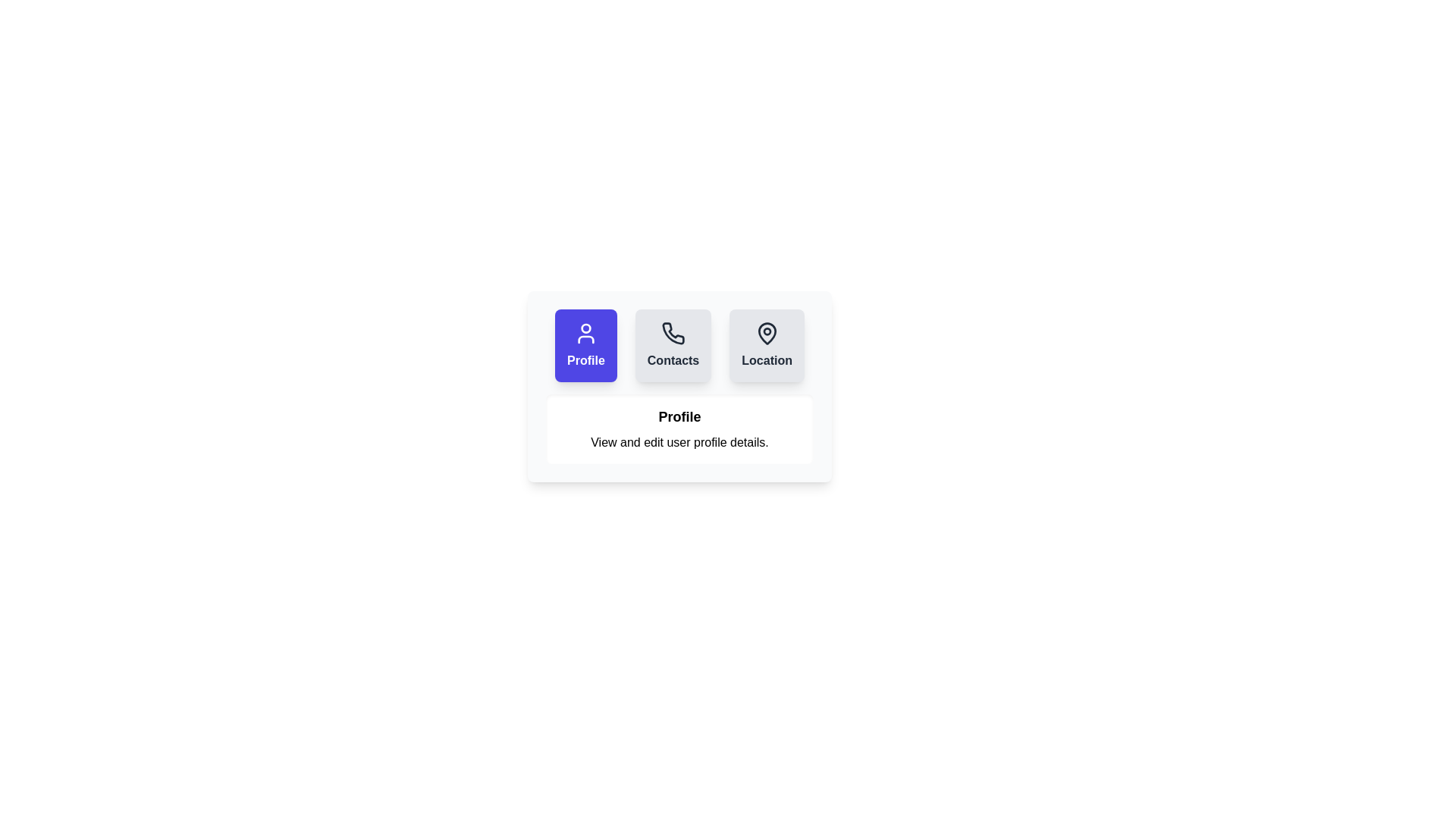  I want to click on the Contacts tab by clicking its button, so click(673, 345).